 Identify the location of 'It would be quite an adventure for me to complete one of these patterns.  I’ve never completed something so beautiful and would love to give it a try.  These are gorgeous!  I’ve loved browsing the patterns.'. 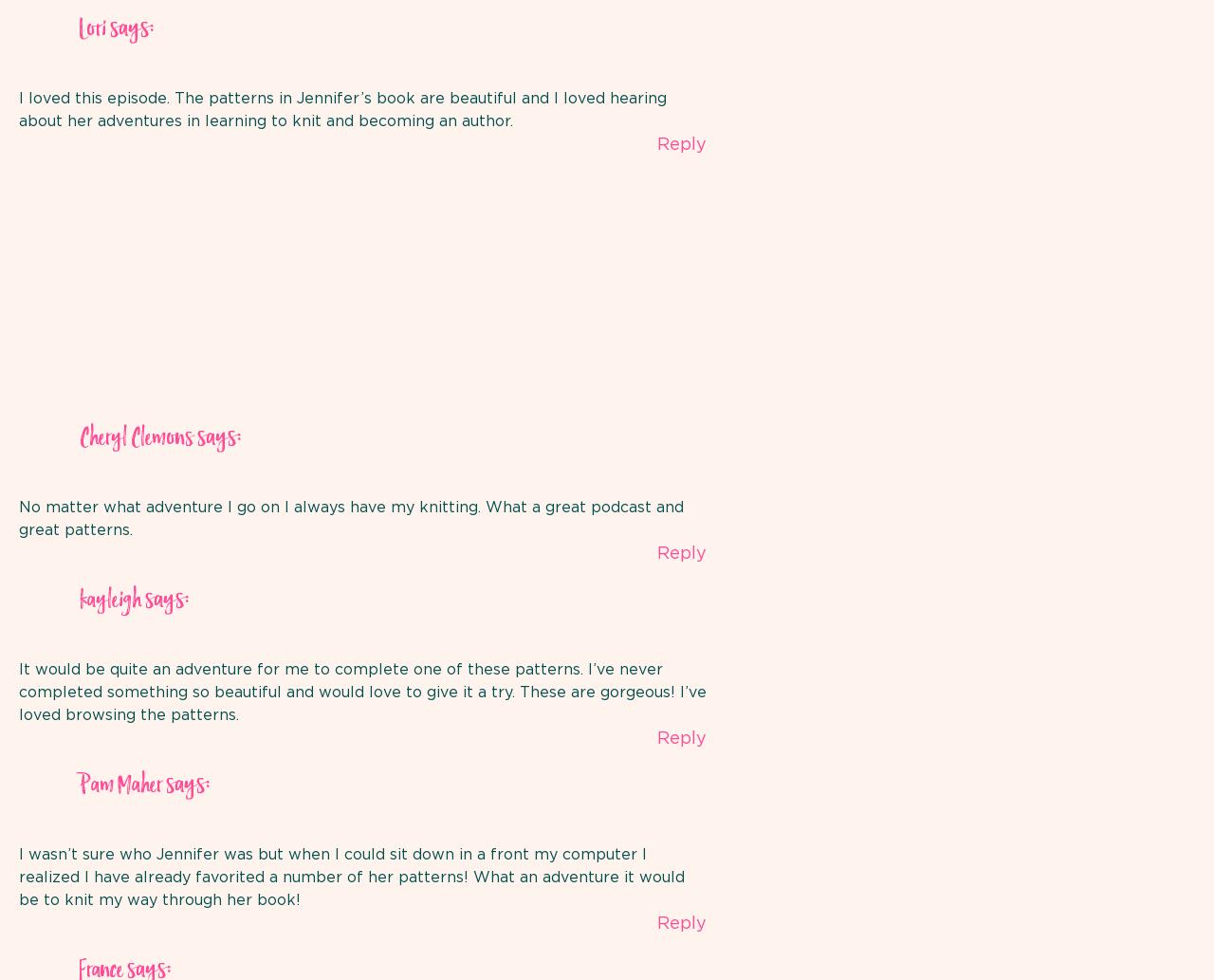
(362, 693).